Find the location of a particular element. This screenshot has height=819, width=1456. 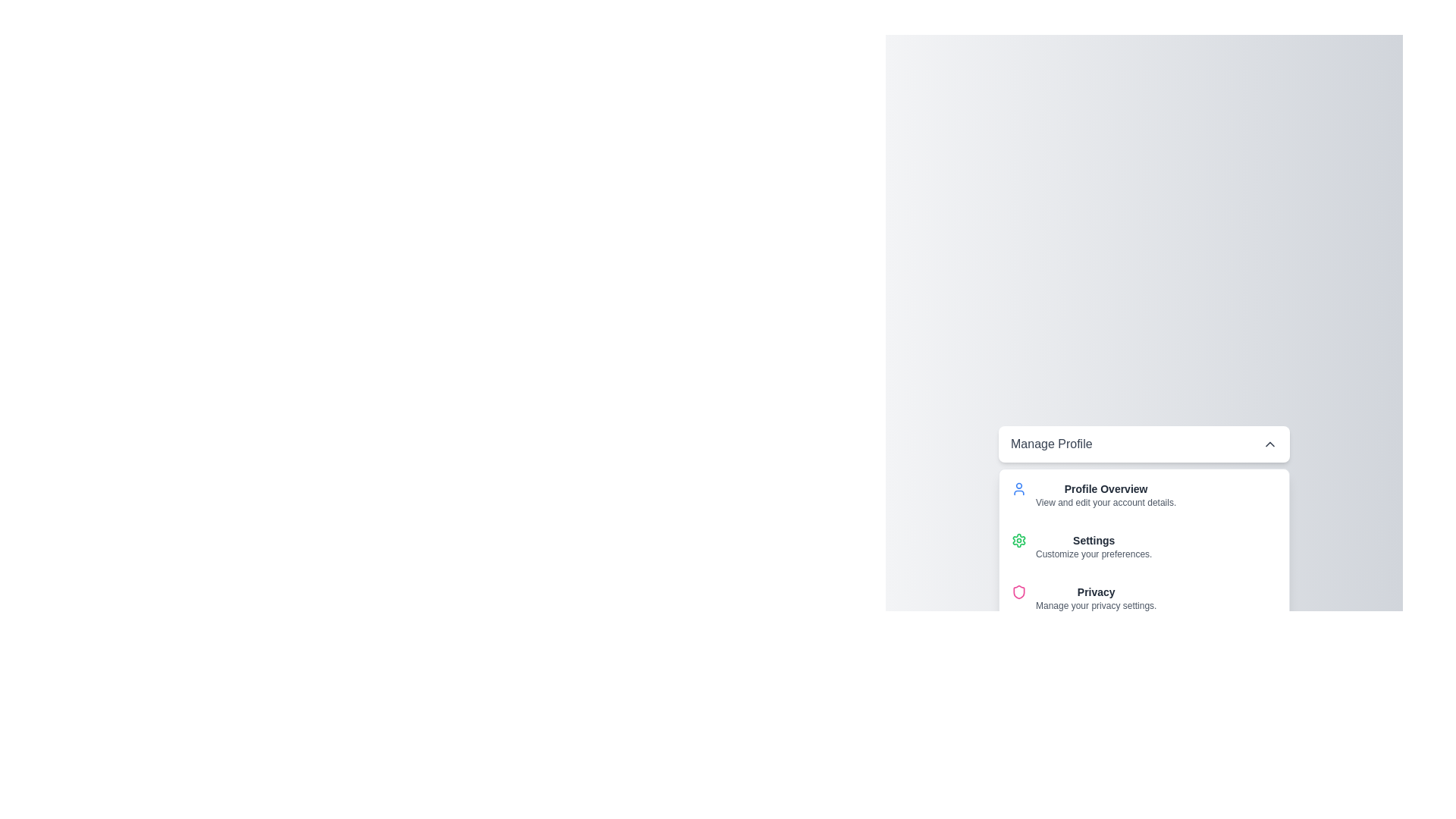

the auxiliary descriptive Label located below the 'Profile Overview' title in the 'Manage Profile' dropdown panel is located at coordinates (1106, 503).